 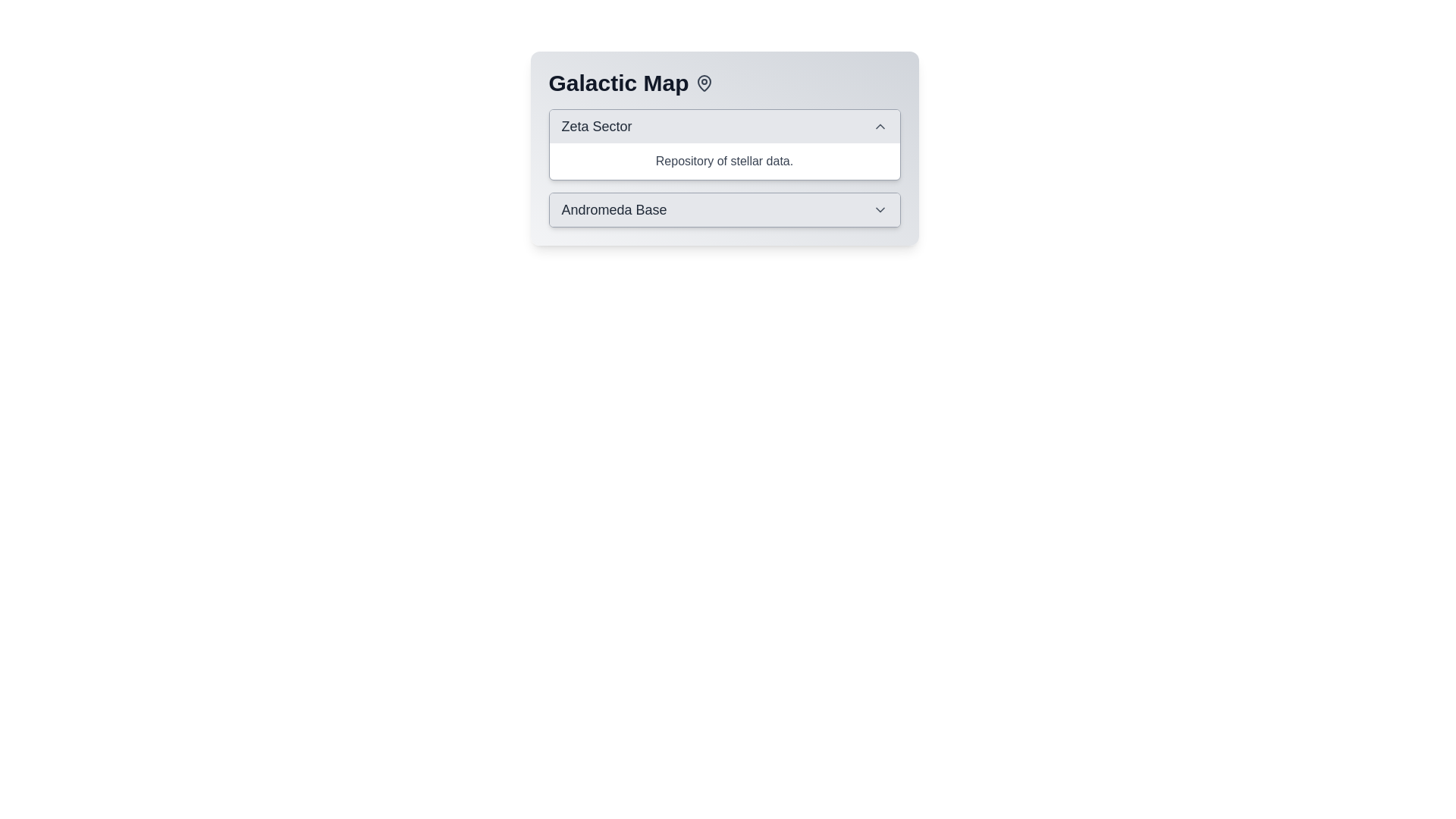 I want to click on the collapsible dropdown menu header for the 'Zeta Sector' located at the top of the 'Galactic Map' card-like structure, so click(x=723, y=125).